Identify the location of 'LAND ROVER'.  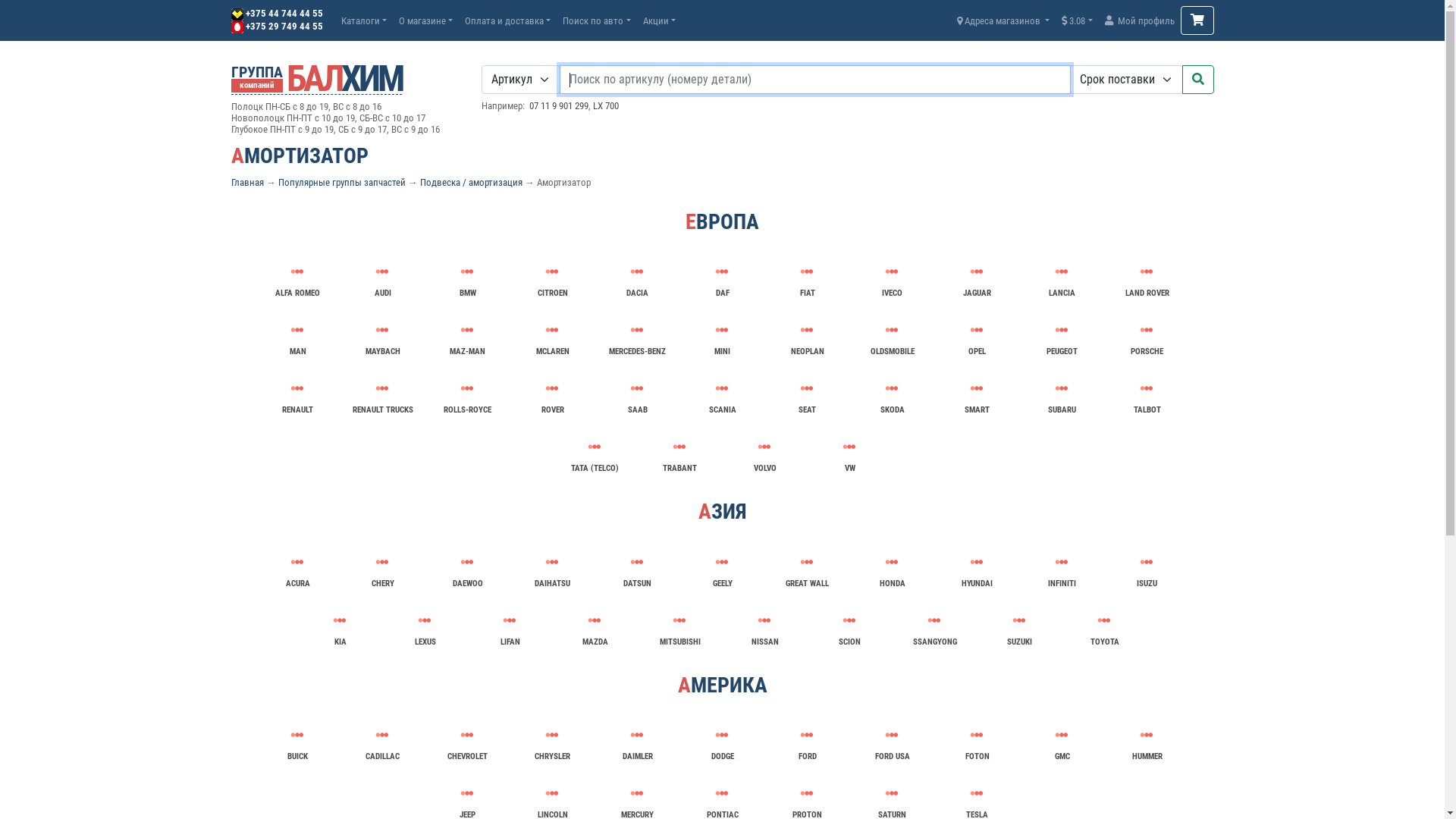
(1147, 277).